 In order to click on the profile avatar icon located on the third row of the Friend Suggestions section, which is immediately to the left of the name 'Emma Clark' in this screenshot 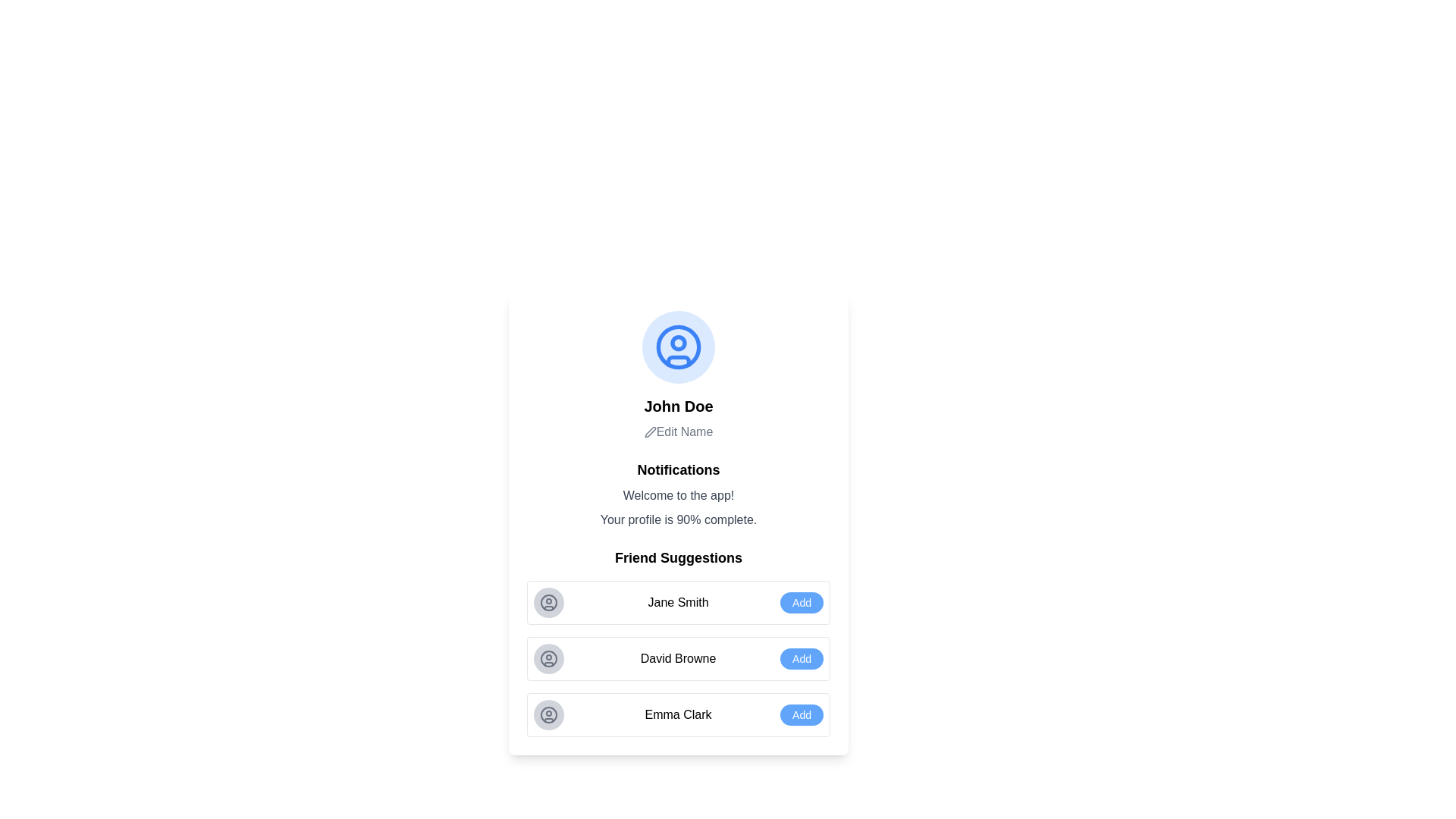, I will do `click(548, 714)`.